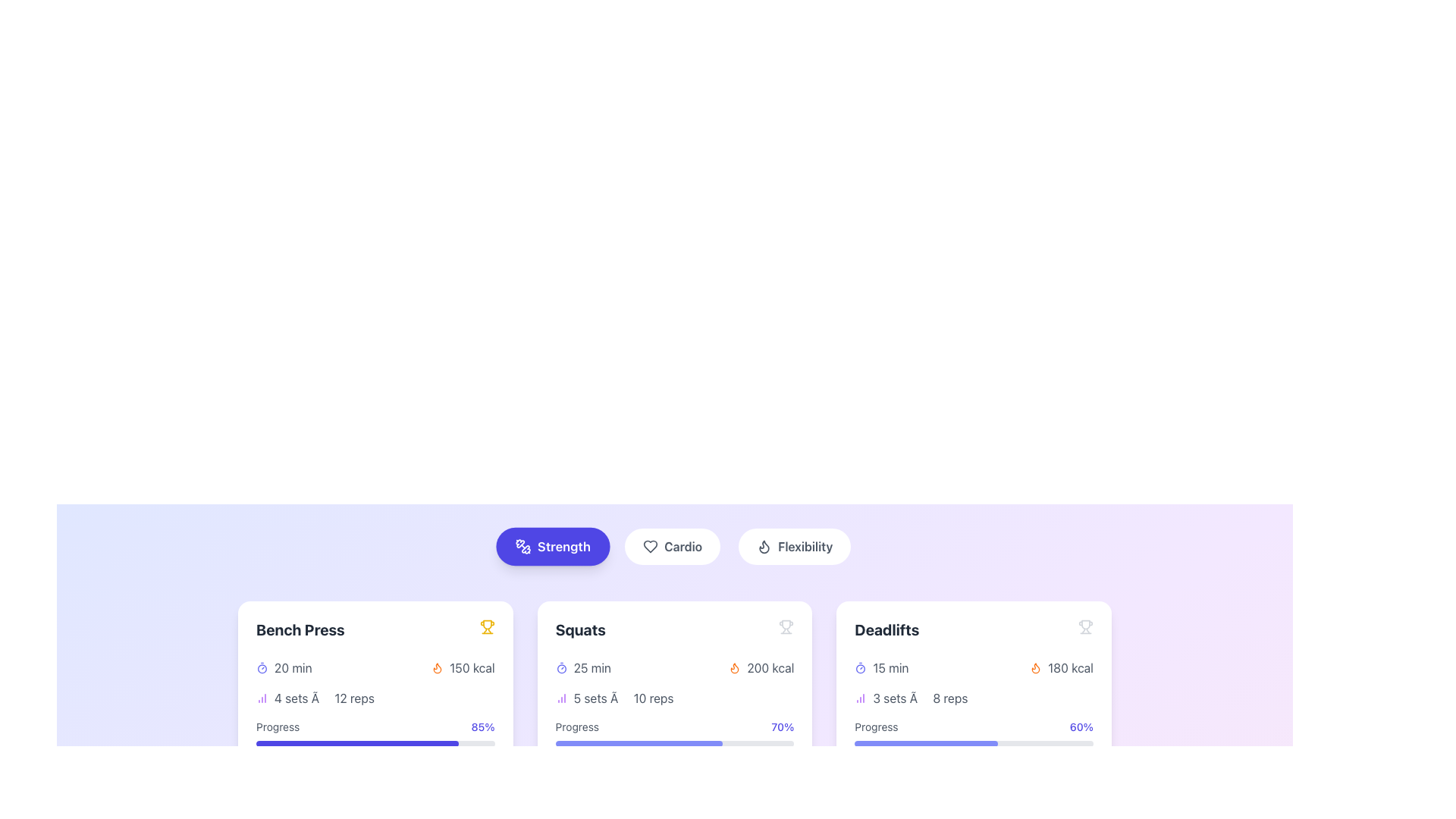  I want to click on the yellow trophy icon located at the top-right corner of the 'Bench Press' section, which is visually distinct against the surrounding text, so click(487, 626).